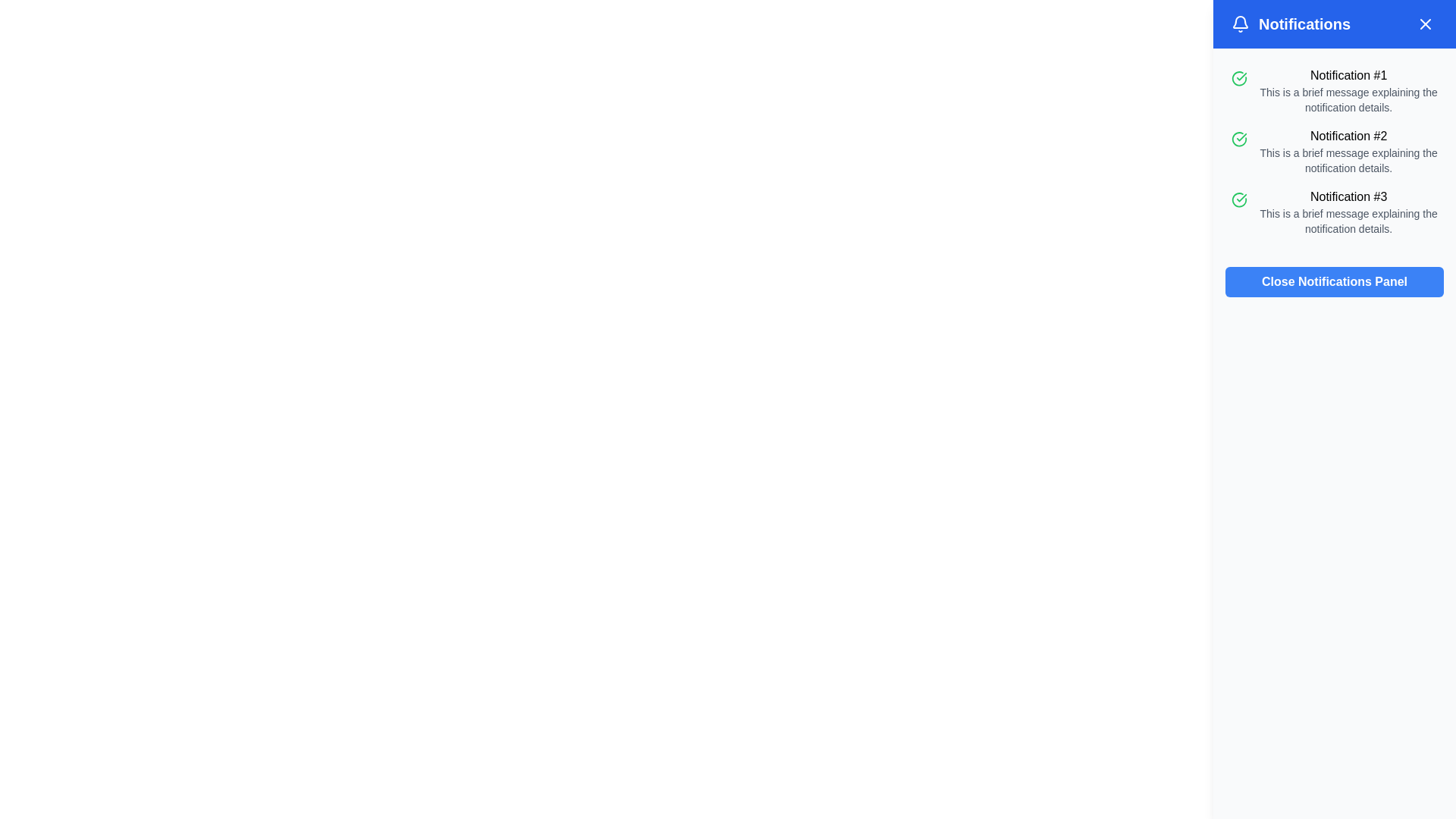  Describe the element at coordinates (1304, 24) in the screenshot. I see `the 'Notifications' text element in the top-right corner of the notification panel, which is in bold, extra-large font style and visually separated from other contents` at that location.